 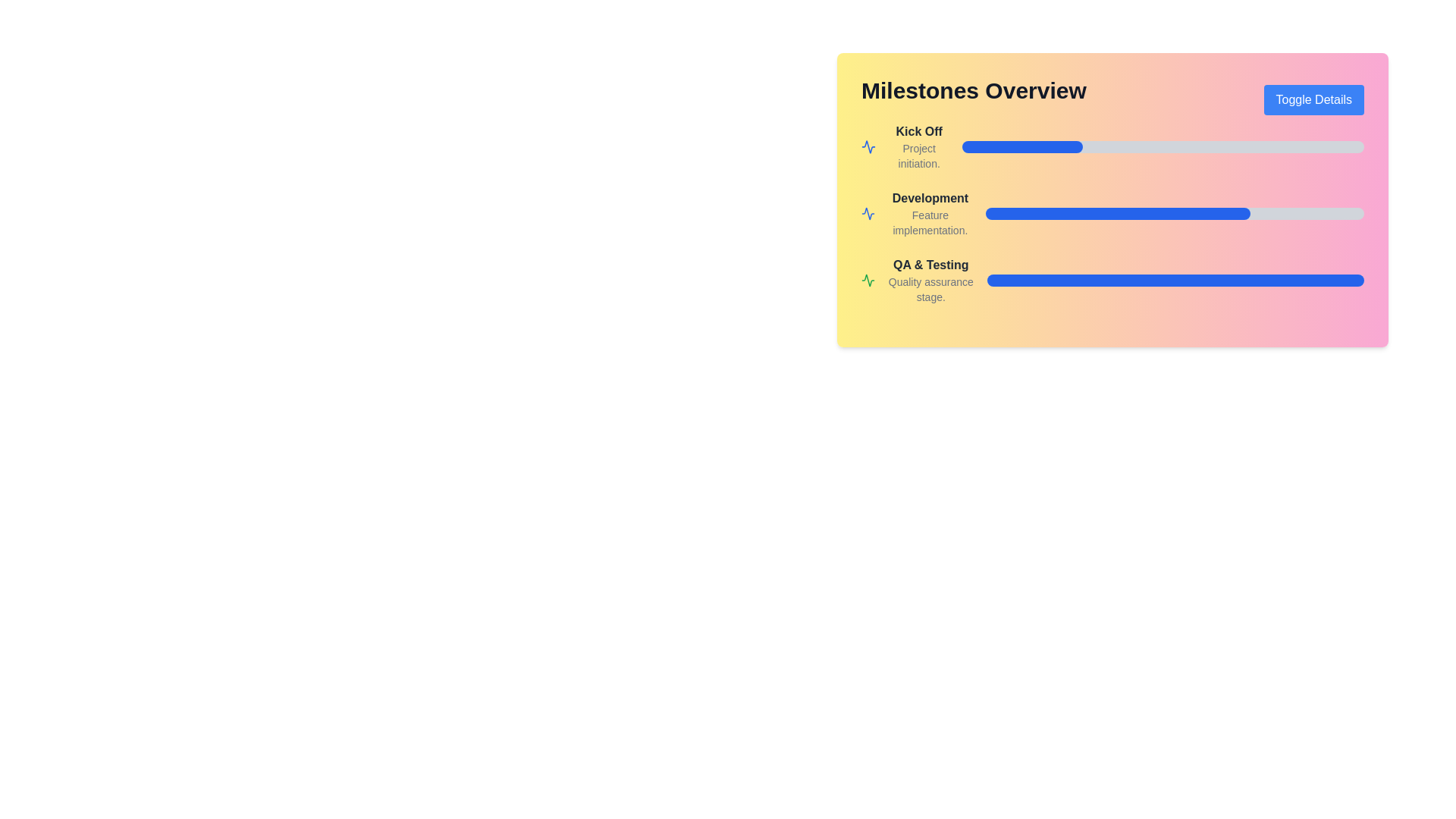 What do you see at coordinates (930, 281) in the screenshot?
I see `the Text Label element containing the bold title 'QA & Testing' and the descriptive text 'Quality assurance stage.' located in the Milestones Overview section` at bounding box center [930, 281].